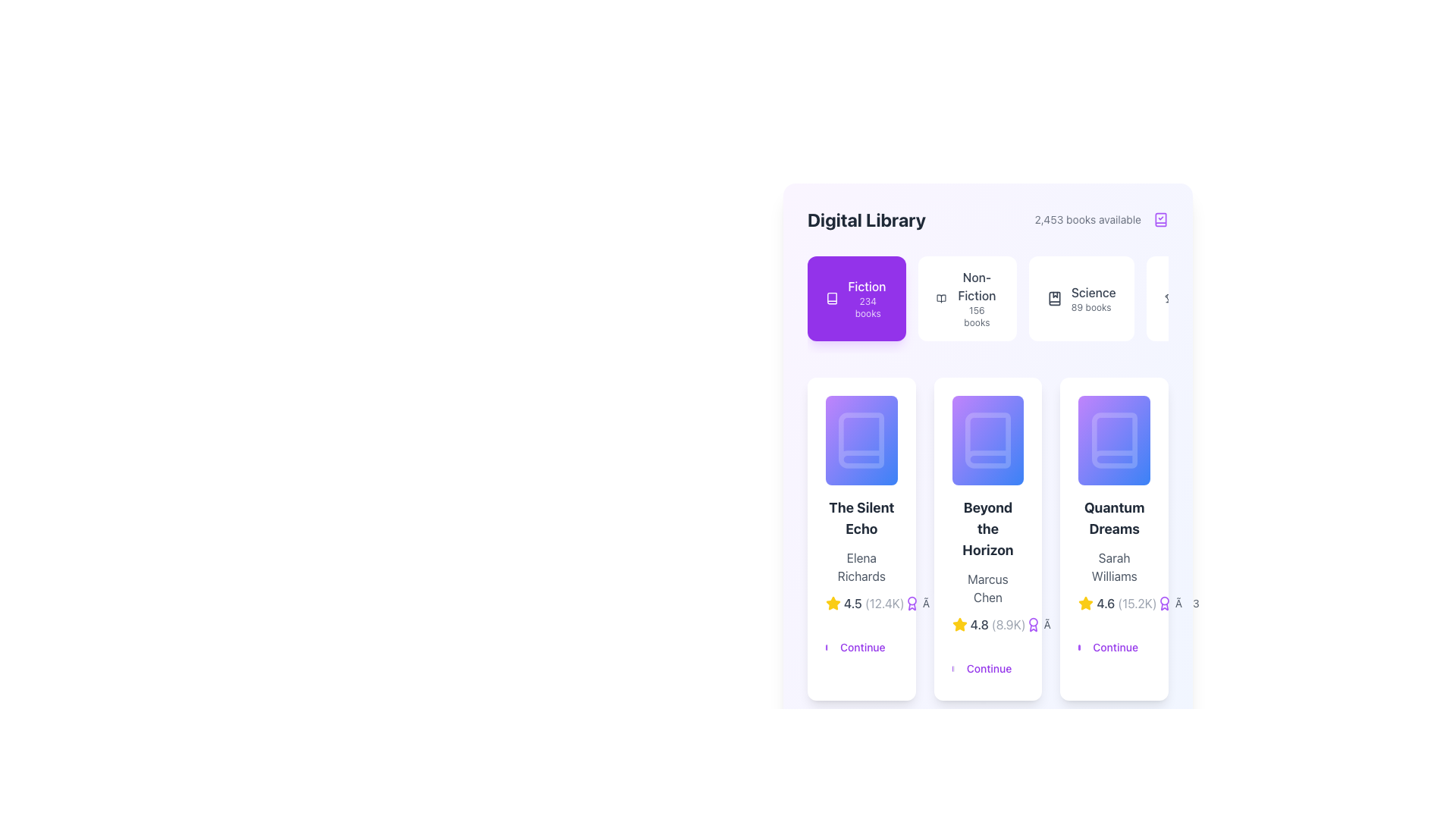  Describe the element at coordinates (861, 642) in the screenshot. I see `the purple-colored text label that reads 'Continue' at the bottom center of the card displaying details about the book 'The Silent Echo'` at that location.